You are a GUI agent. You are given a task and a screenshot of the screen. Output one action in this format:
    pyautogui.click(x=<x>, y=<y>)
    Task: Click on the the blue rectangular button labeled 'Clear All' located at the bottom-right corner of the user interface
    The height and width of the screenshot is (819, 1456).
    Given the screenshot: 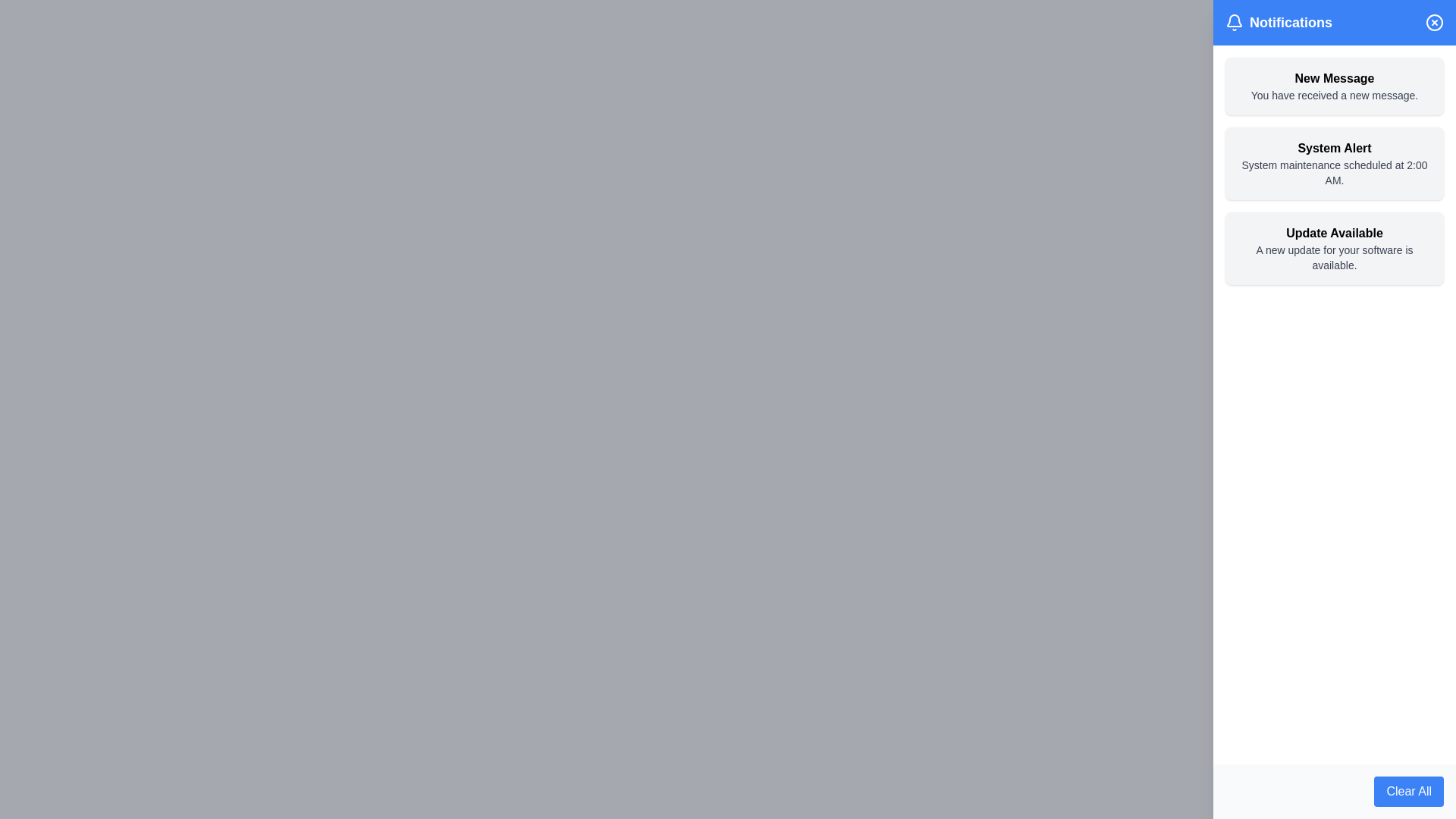 What is the action you would take?
    pyautogui.click(x=1408, y=791)
    